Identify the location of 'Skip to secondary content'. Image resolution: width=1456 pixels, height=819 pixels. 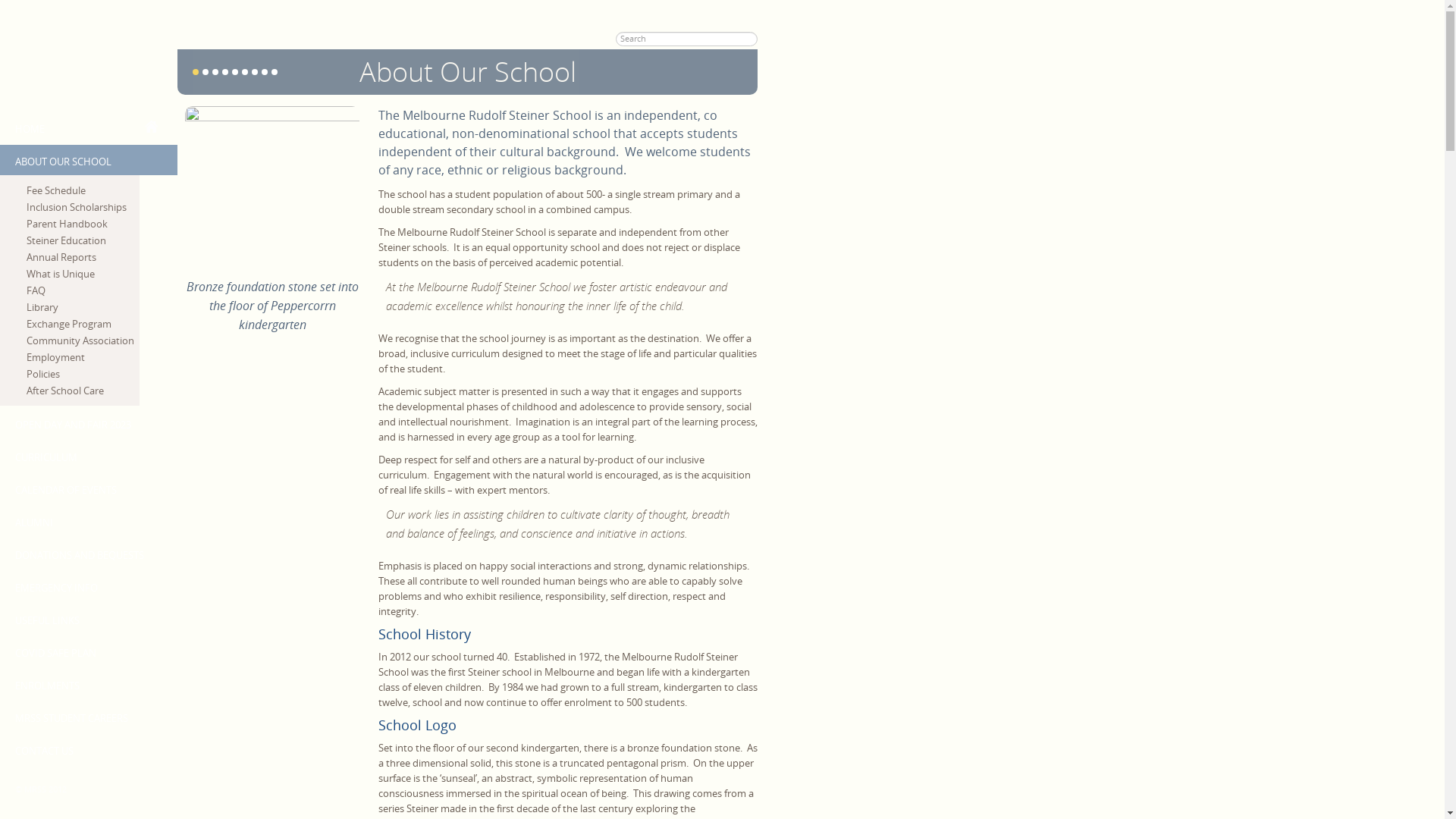
(0, 8).